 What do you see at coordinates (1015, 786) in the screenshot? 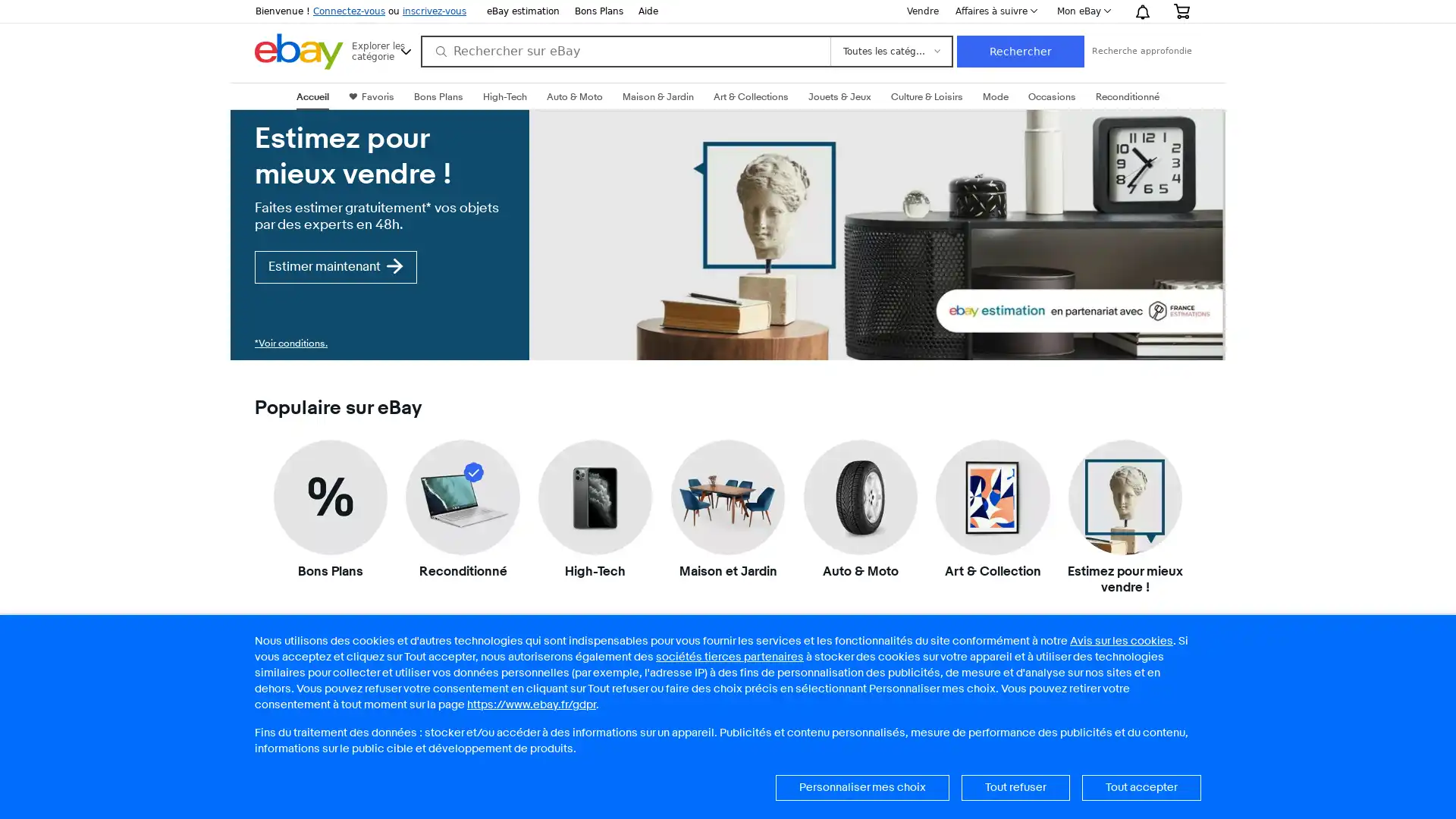
I see `Refuser les conditions et les parametres de confidentialite` at bounding box center [1015, 786].